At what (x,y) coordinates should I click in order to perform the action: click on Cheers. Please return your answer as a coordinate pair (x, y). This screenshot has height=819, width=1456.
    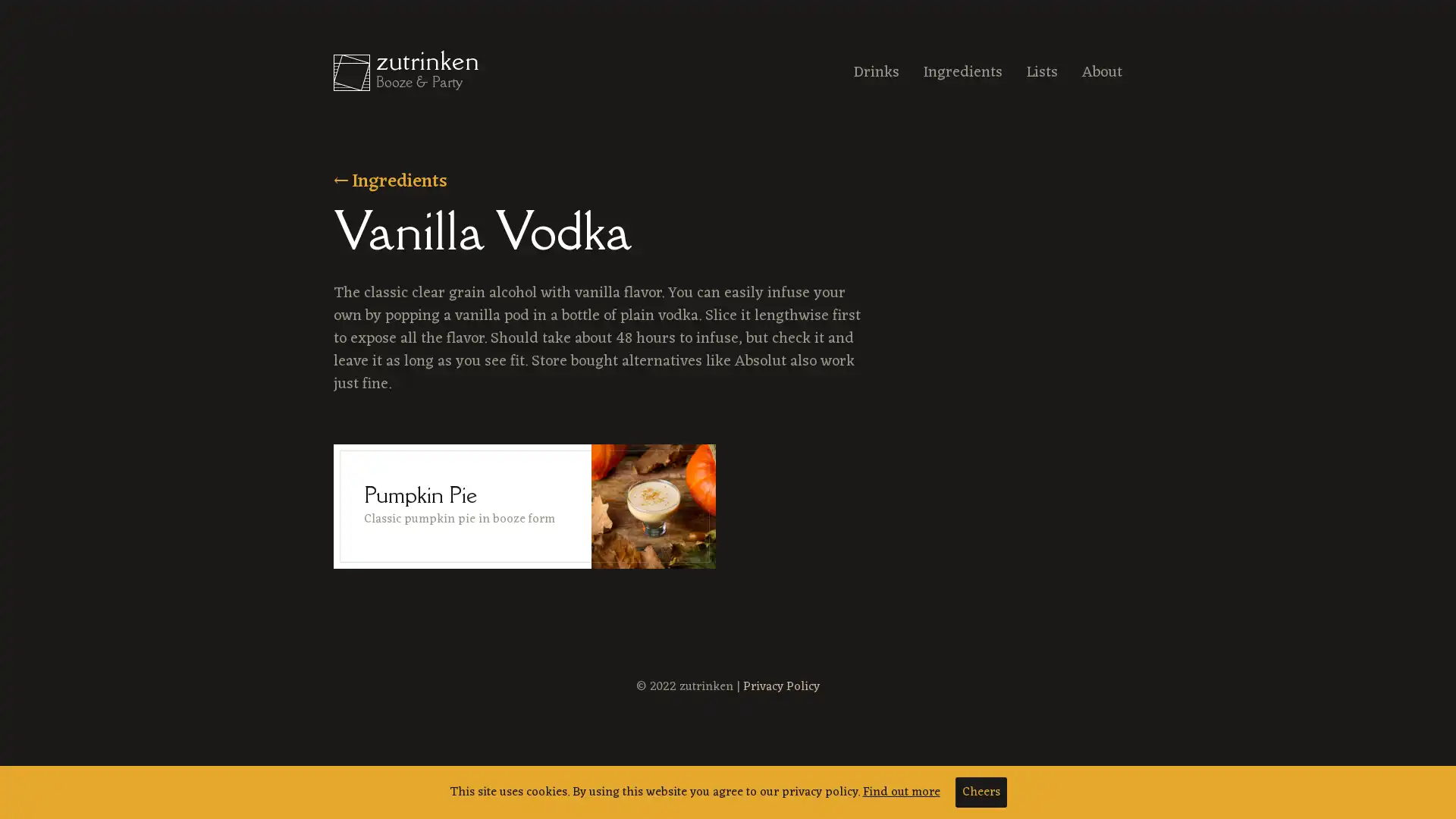
    Looking at the image, I should click on (980, 792).